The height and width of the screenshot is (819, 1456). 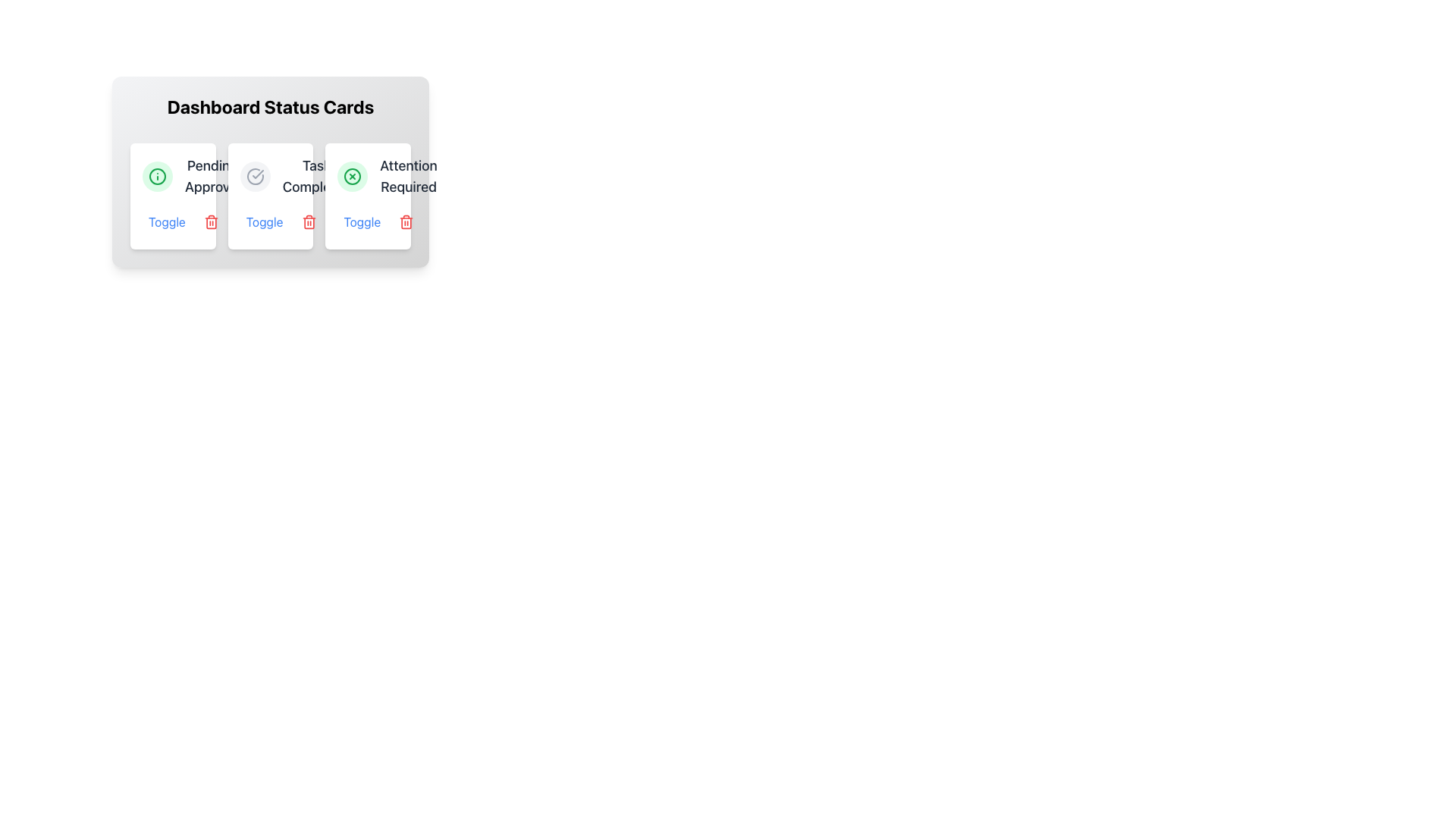 What do you see at coordinates (255, 175) in the screenshot?
I see `the circular icon with a checkmark inside it, which is part of the 'Tasks Completed' card located in the second position of the Dashboard Status Cards` at bounding box center [255, 175].